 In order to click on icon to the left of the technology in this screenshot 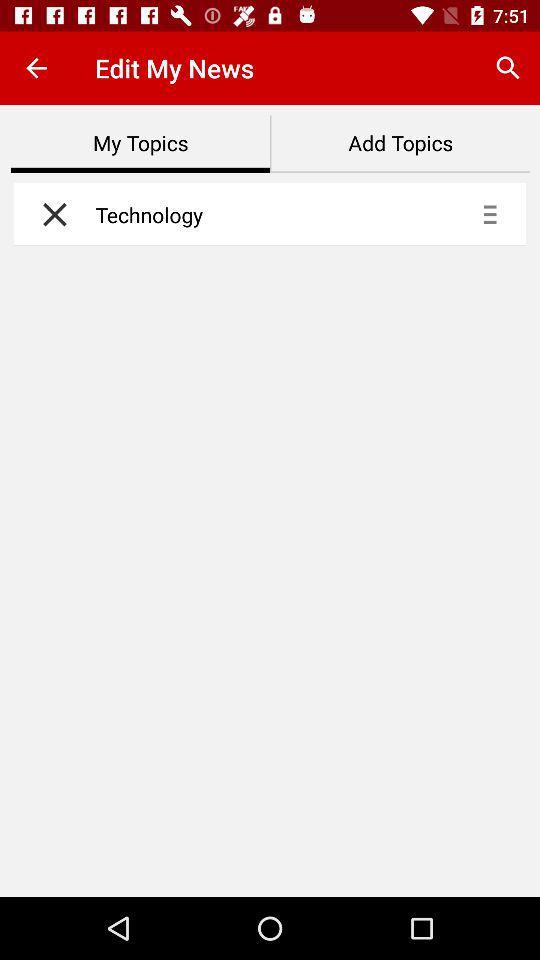, I will do `click(49, 214)`.